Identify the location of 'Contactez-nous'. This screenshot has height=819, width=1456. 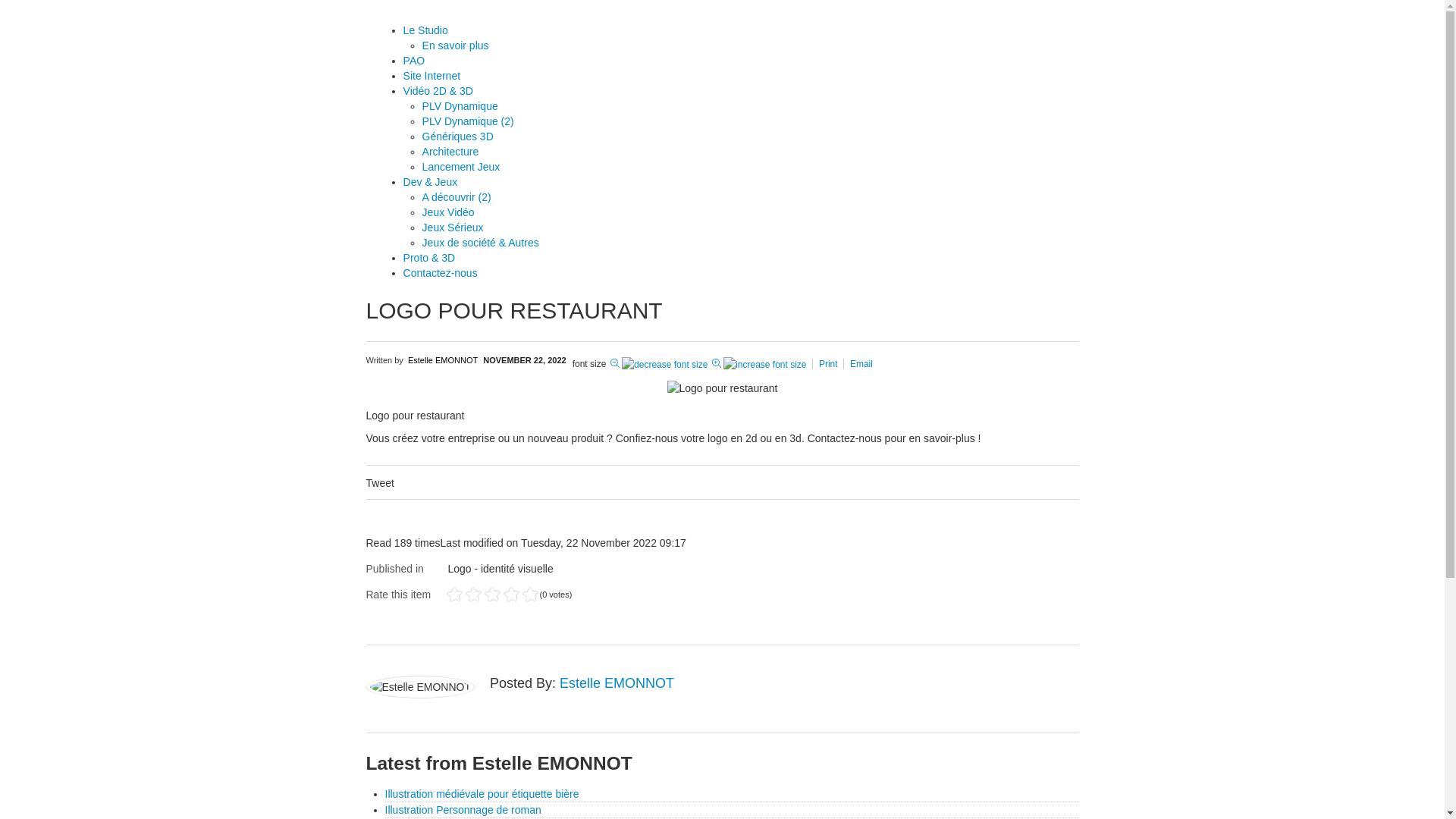
(439, 271).